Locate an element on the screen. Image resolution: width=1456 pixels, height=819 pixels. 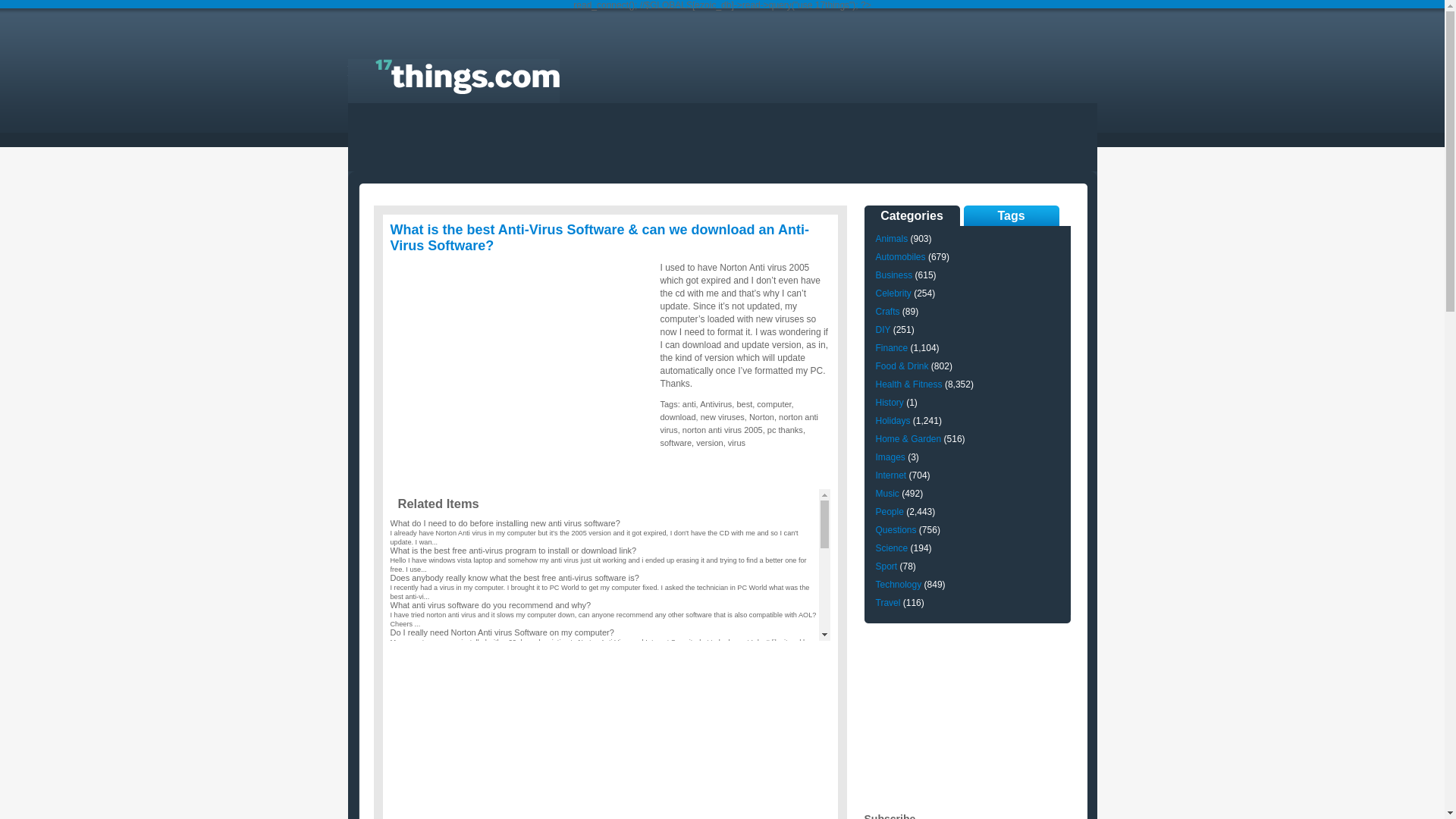
'computer' is located at coordinates (773, 403).